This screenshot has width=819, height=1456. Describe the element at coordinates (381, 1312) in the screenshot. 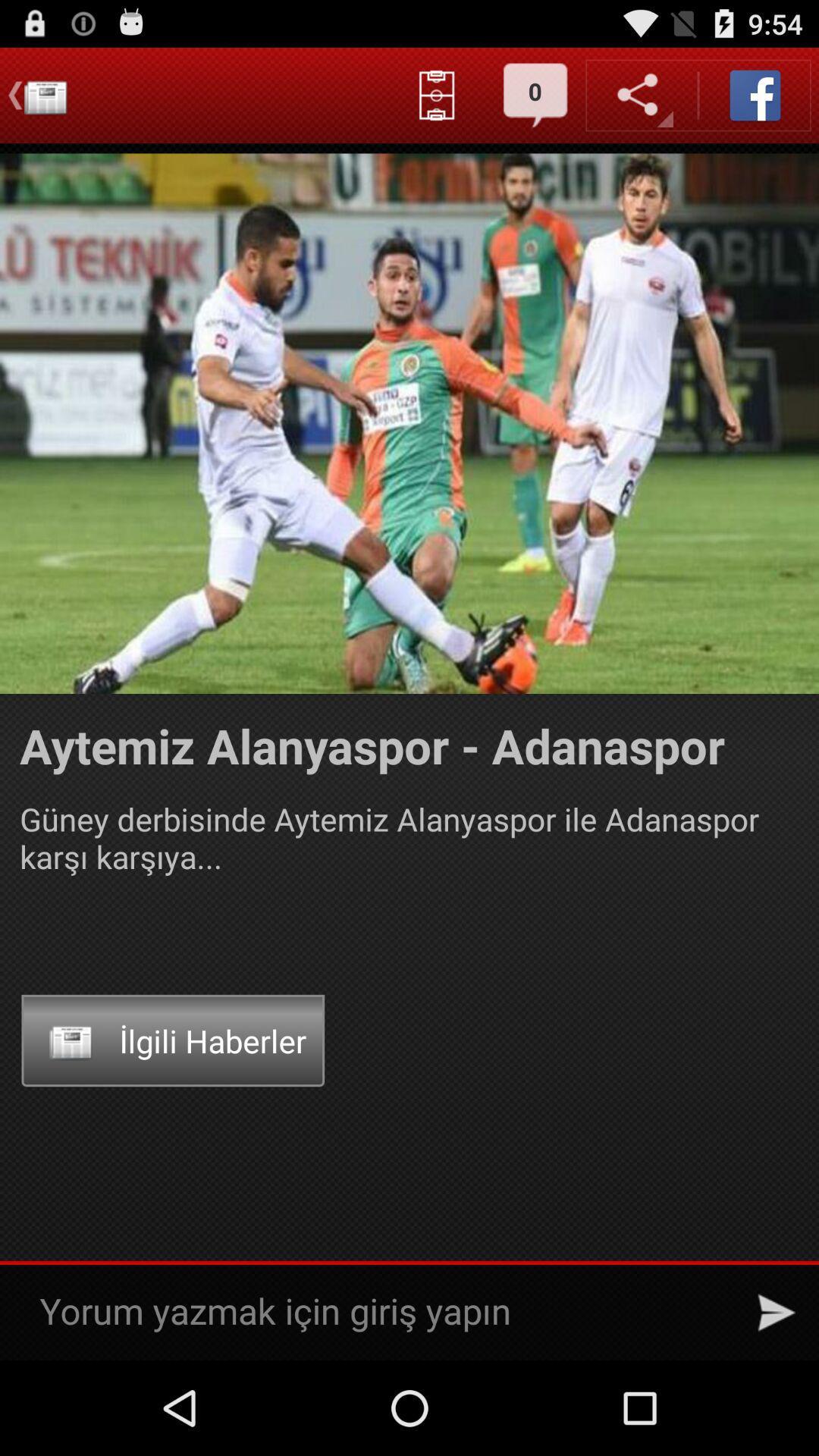

I see `write a comment` at that location.